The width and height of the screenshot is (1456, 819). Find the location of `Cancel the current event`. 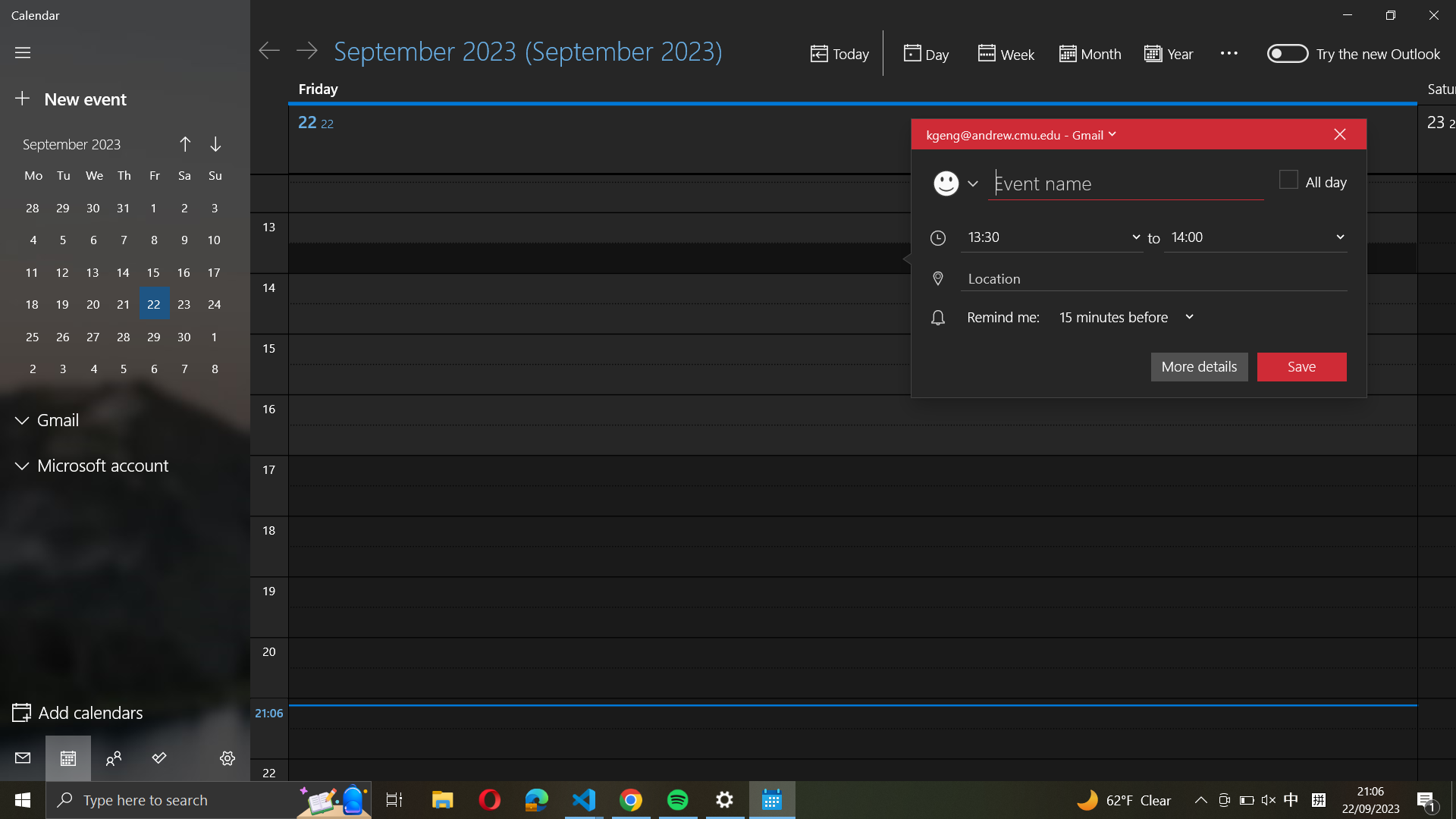

Cancel the current event is located at coordinates (1339, 133).